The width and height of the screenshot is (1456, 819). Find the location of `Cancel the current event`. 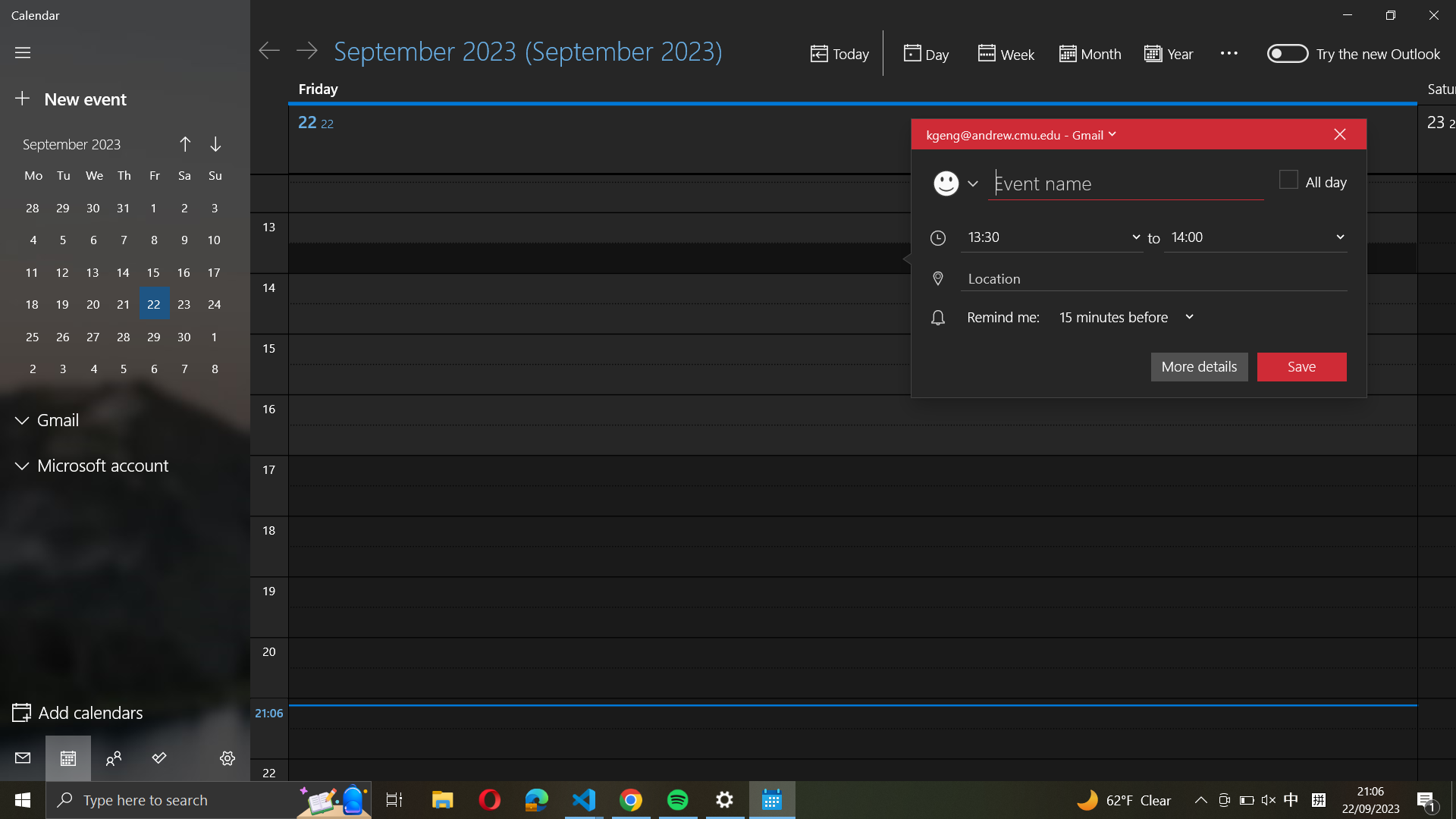

Cancel the current event is located at coordinates (1339, 133).